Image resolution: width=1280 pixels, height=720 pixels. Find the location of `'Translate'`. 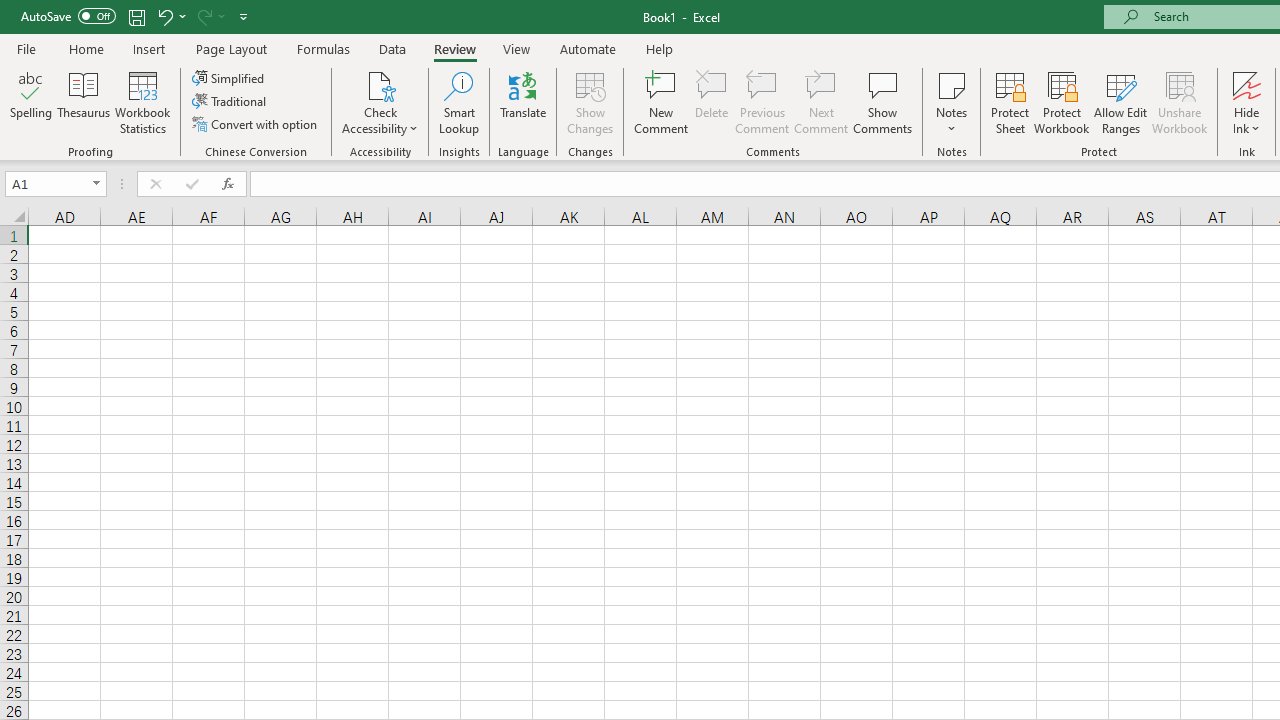

'Translate' is located at coordinates (523, 103).